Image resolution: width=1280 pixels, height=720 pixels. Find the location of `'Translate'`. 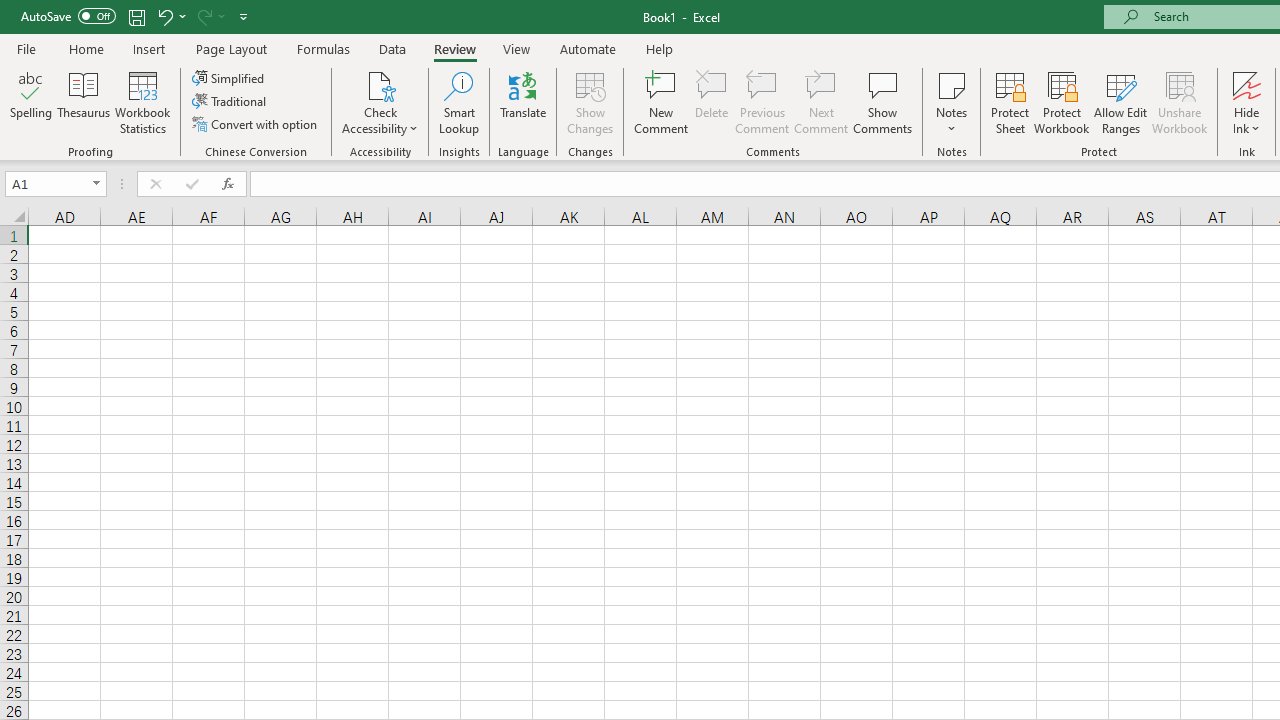

'Translate' is located at coordinates (523, 103).